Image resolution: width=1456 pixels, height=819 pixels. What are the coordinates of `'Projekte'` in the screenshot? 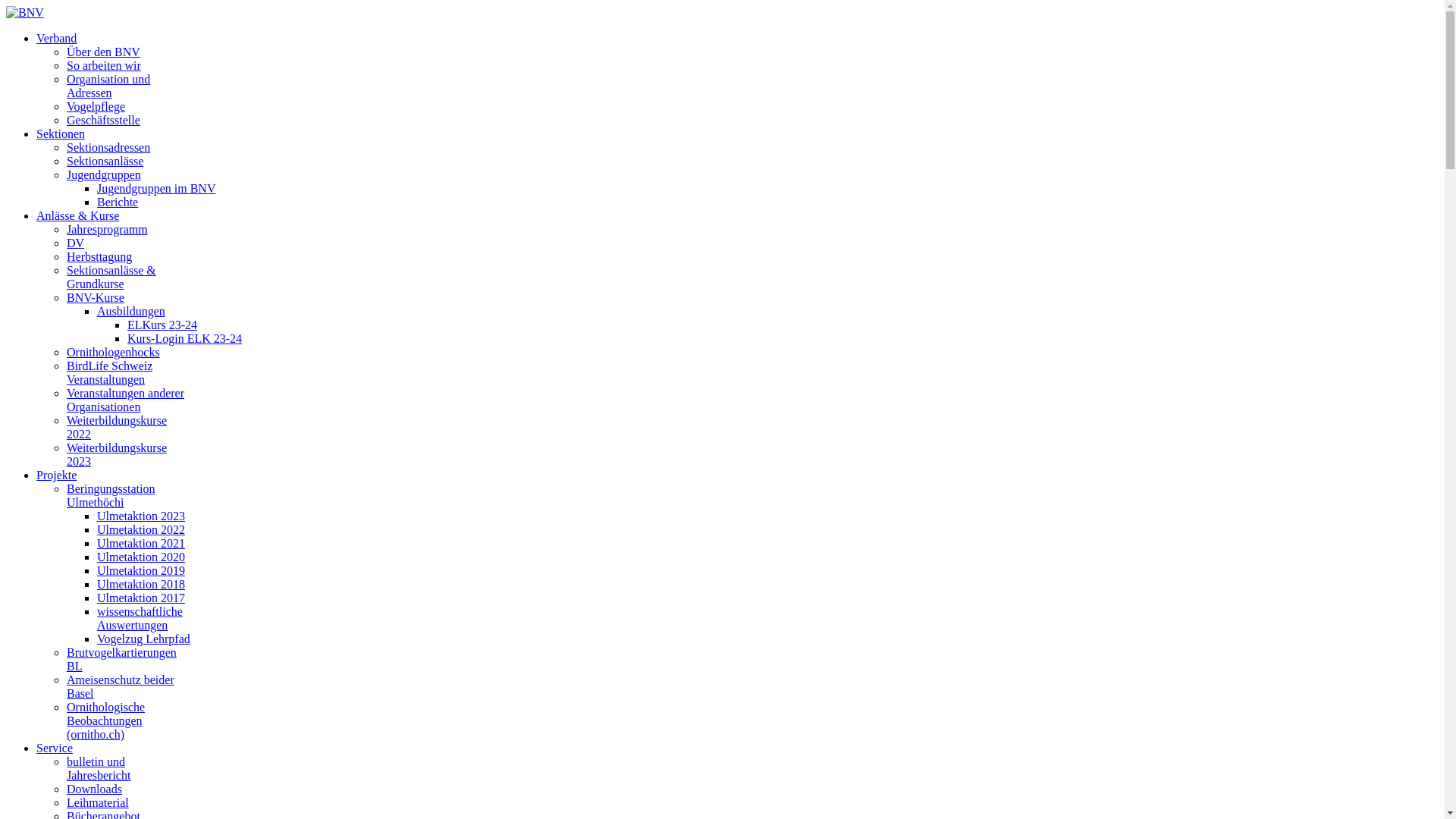 It's located at (56, 474).